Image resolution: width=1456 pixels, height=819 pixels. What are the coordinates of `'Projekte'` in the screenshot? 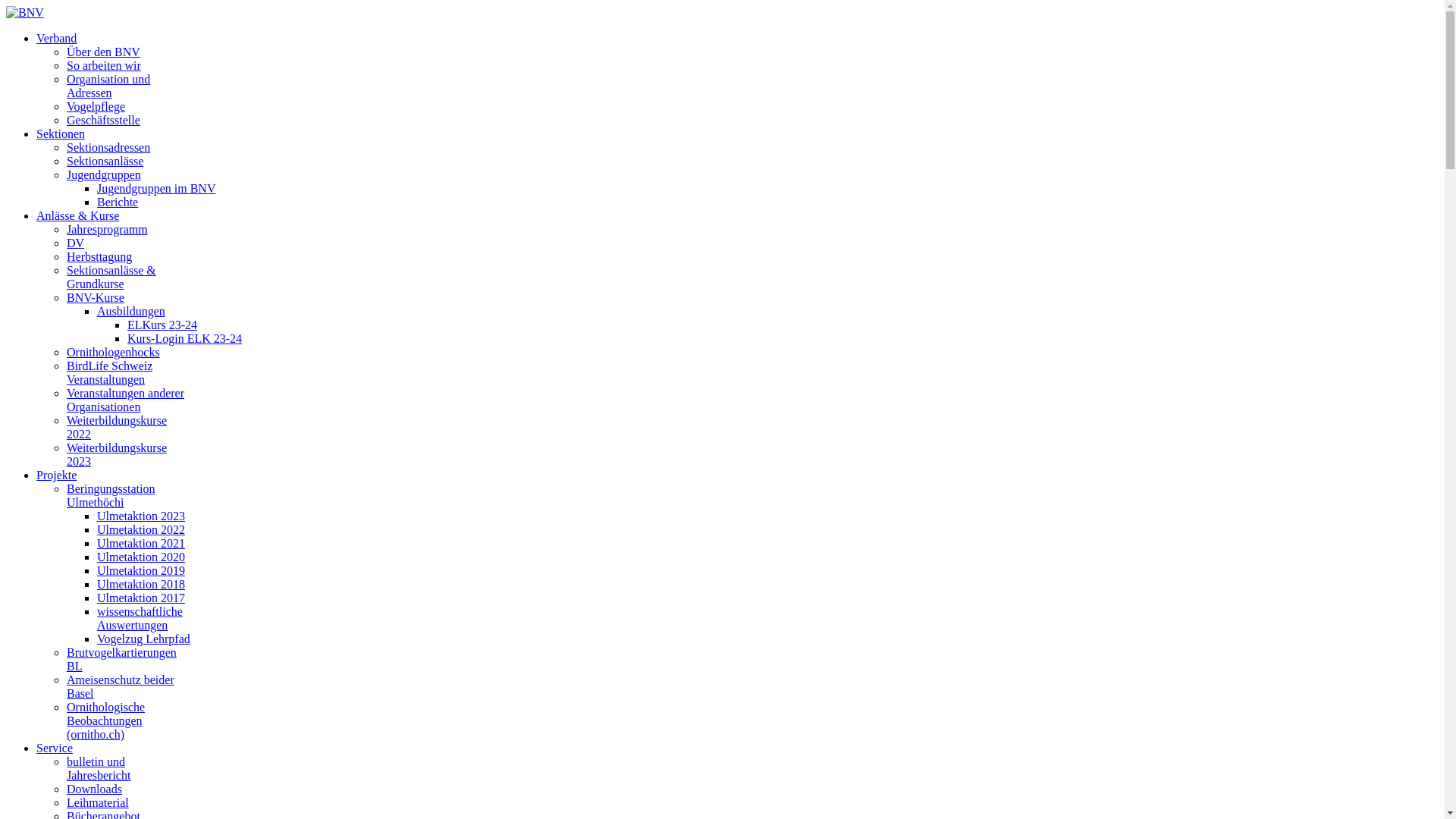 It's located at (56, 474).